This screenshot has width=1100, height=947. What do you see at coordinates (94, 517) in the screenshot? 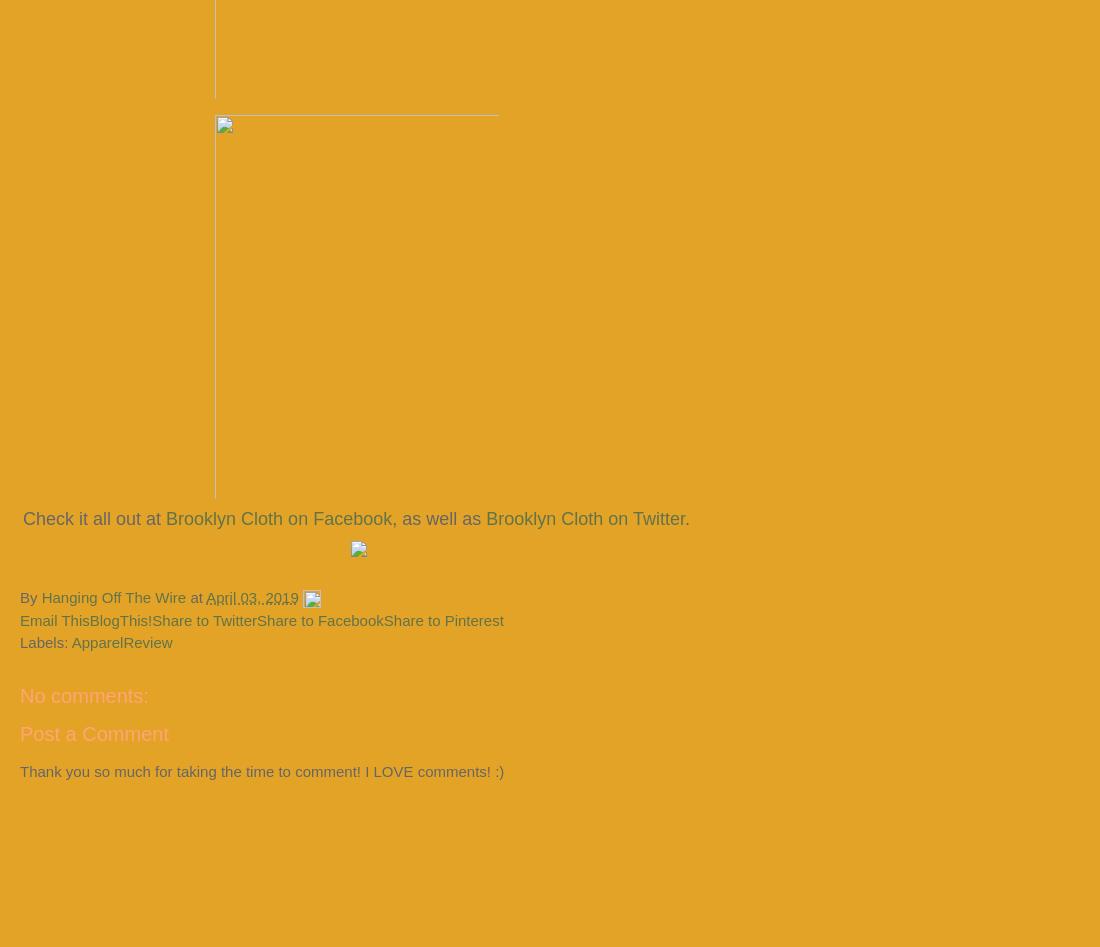
I see `'Check it all out at'` at bounding box center [94, 517].